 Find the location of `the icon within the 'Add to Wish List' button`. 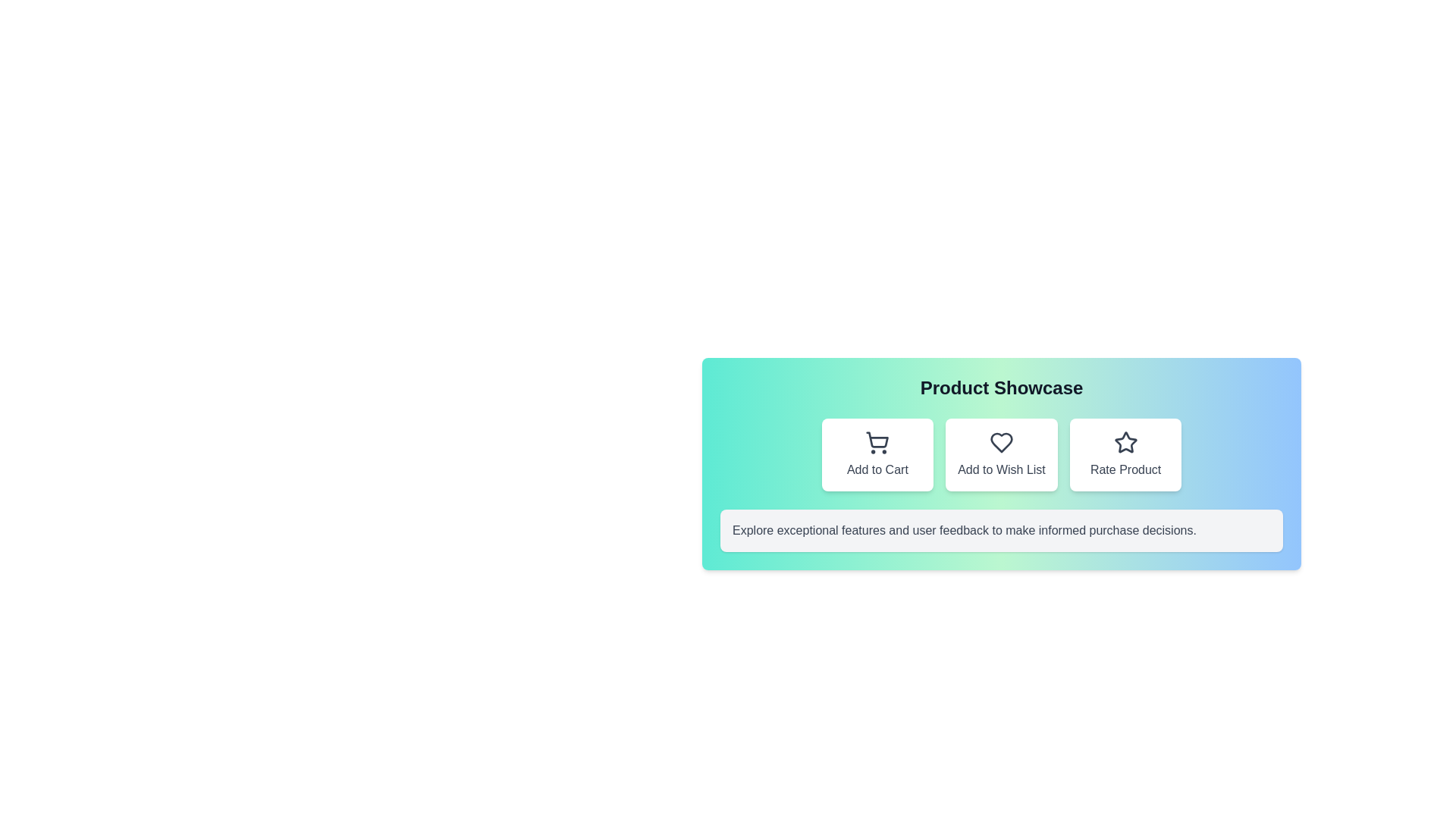

the icon within the 'Add to Wish List' button is located at coordinates (1001, 442).